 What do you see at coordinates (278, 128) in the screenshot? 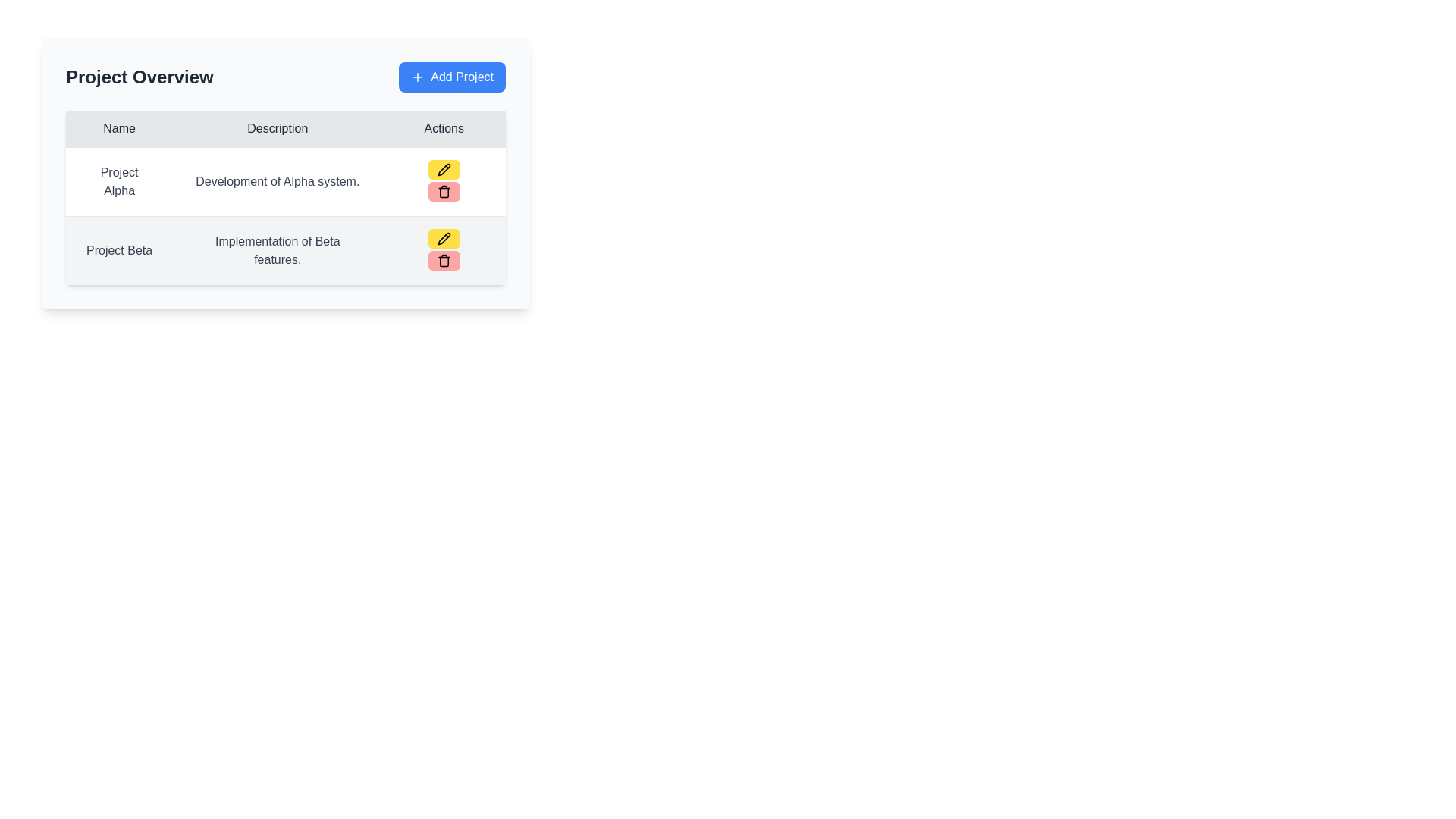
I see `the 'Description' text label, which is styled in gray font and located in the header row of the table, positioned between 'Name' and 'Actions'` at bounding box center [278, 128].